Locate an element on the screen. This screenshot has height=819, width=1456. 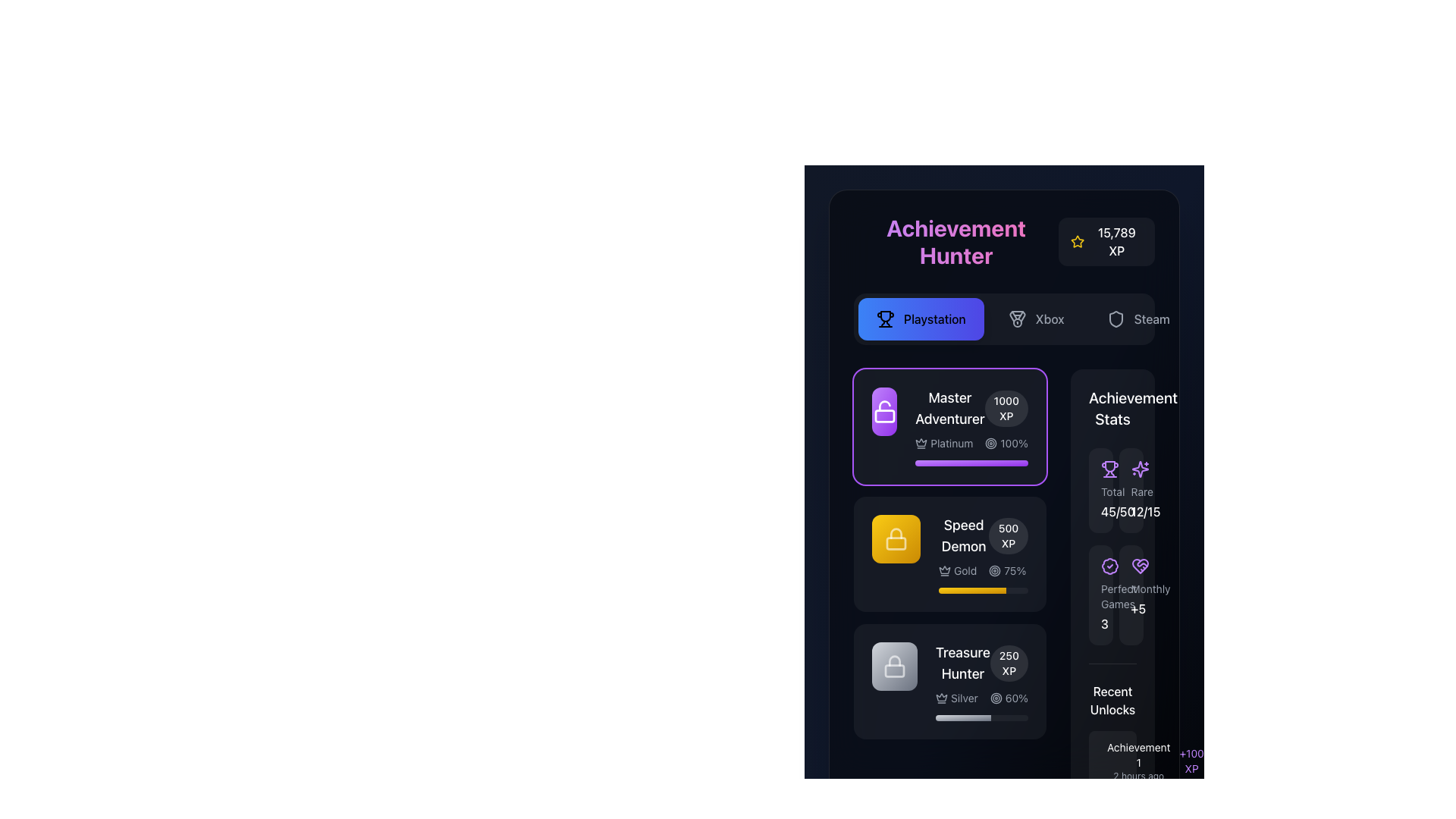
the 'Gold' label with light gray font on a dark background, located in the 'Speed Demon' card, to the right of the crown icon is located at coordinates (965, 570).